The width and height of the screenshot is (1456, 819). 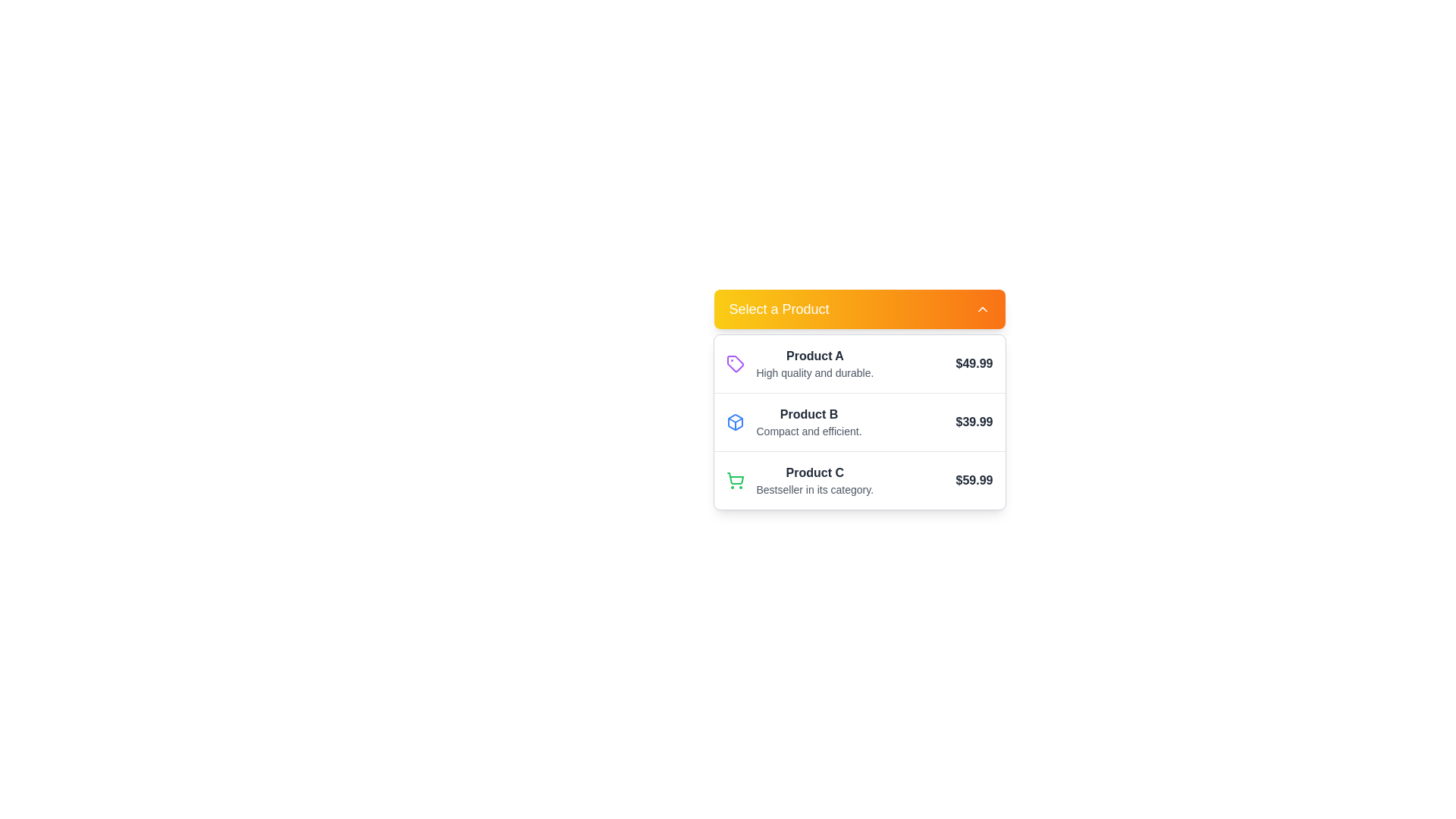 I want to click on the static text label displaying a description for 'Product B', located centrally under the 'Product B' listing in the dropdown interface, so click(x=808, y=431).